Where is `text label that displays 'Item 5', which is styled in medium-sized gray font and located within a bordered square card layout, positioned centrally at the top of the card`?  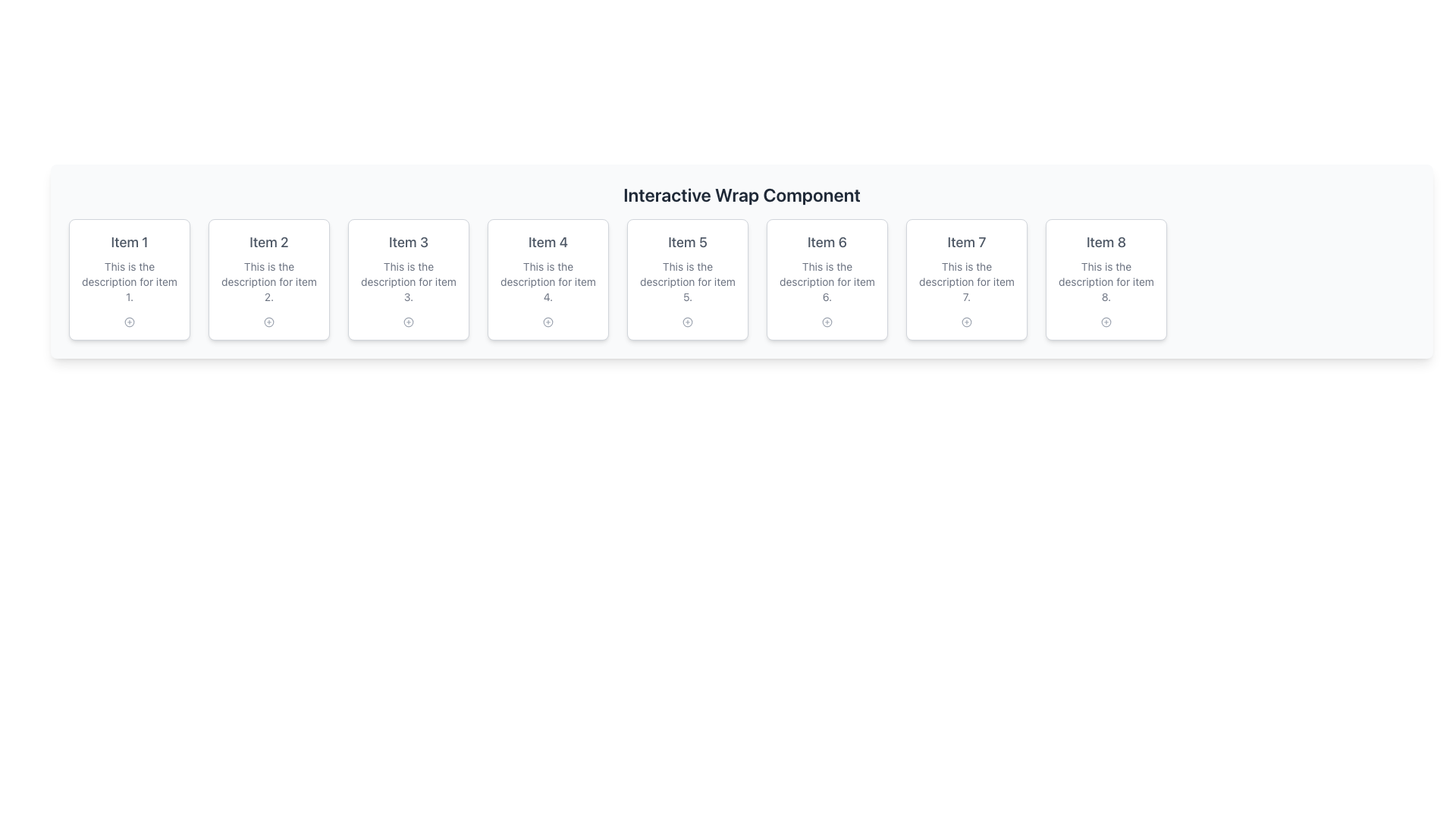 text label that displays 'Item 5', which is styled in medium-sized gray font and located within a bordered square card layout, positioned centrally at the top of the card is located at coordinates (687, 242).